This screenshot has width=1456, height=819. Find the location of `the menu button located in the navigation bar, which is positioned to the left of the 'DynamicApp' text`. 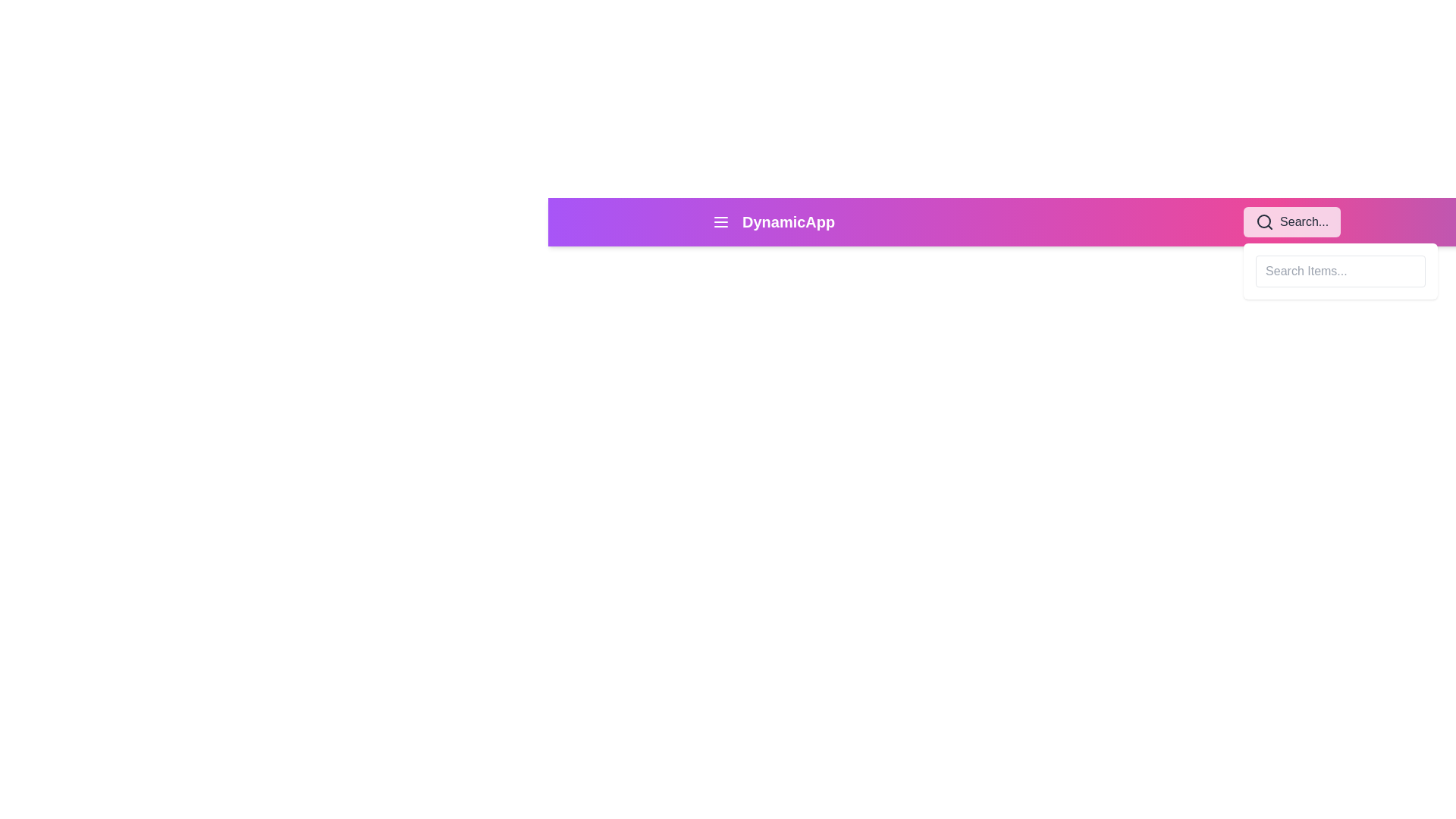

the menu button located in the navigation bar, which is positioned to the left of the 'DynamicApp' text is located at coordinates (720, 222).